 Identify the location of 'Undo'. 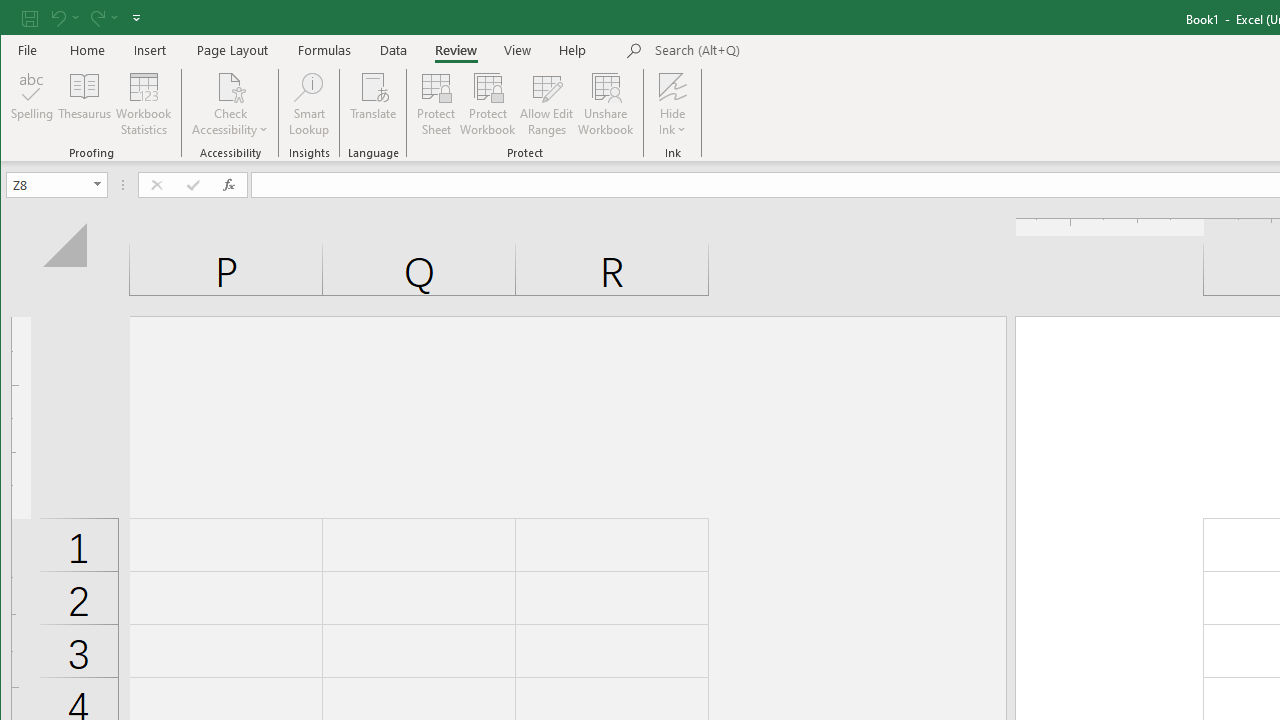
(57, 17).